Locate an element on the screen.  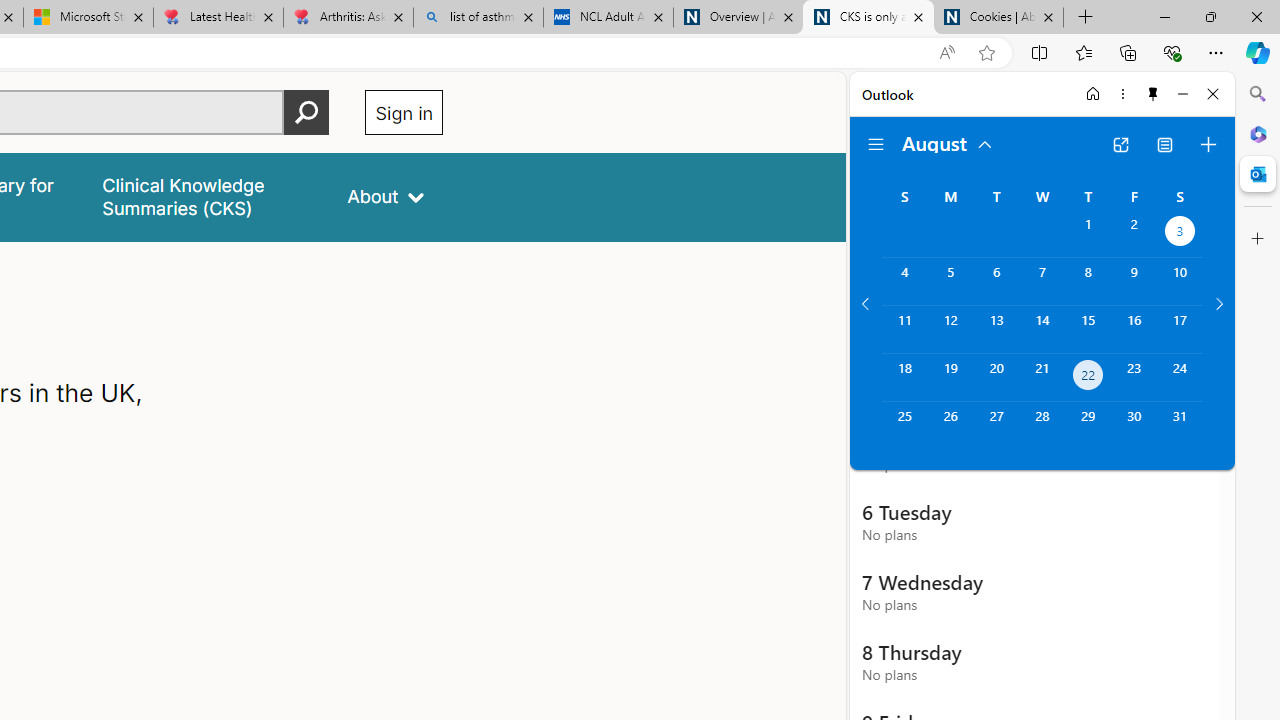
'Friday, August 30, 2024. ' is located at coordinates (1134, 424).